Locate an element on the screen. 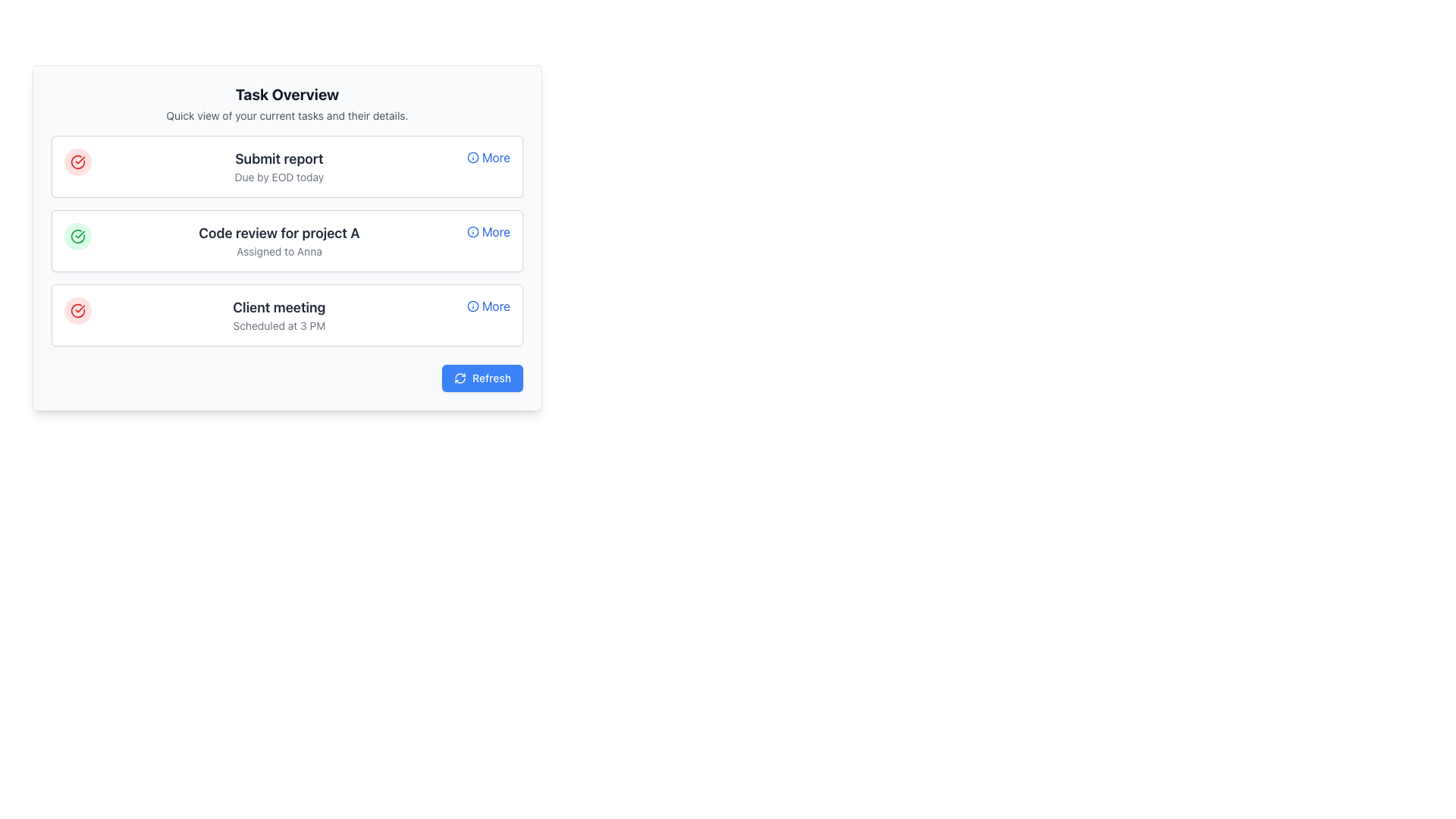  the text label next to the information icon within the 'Code review for project A' task section is located at coordinates (496, 231).